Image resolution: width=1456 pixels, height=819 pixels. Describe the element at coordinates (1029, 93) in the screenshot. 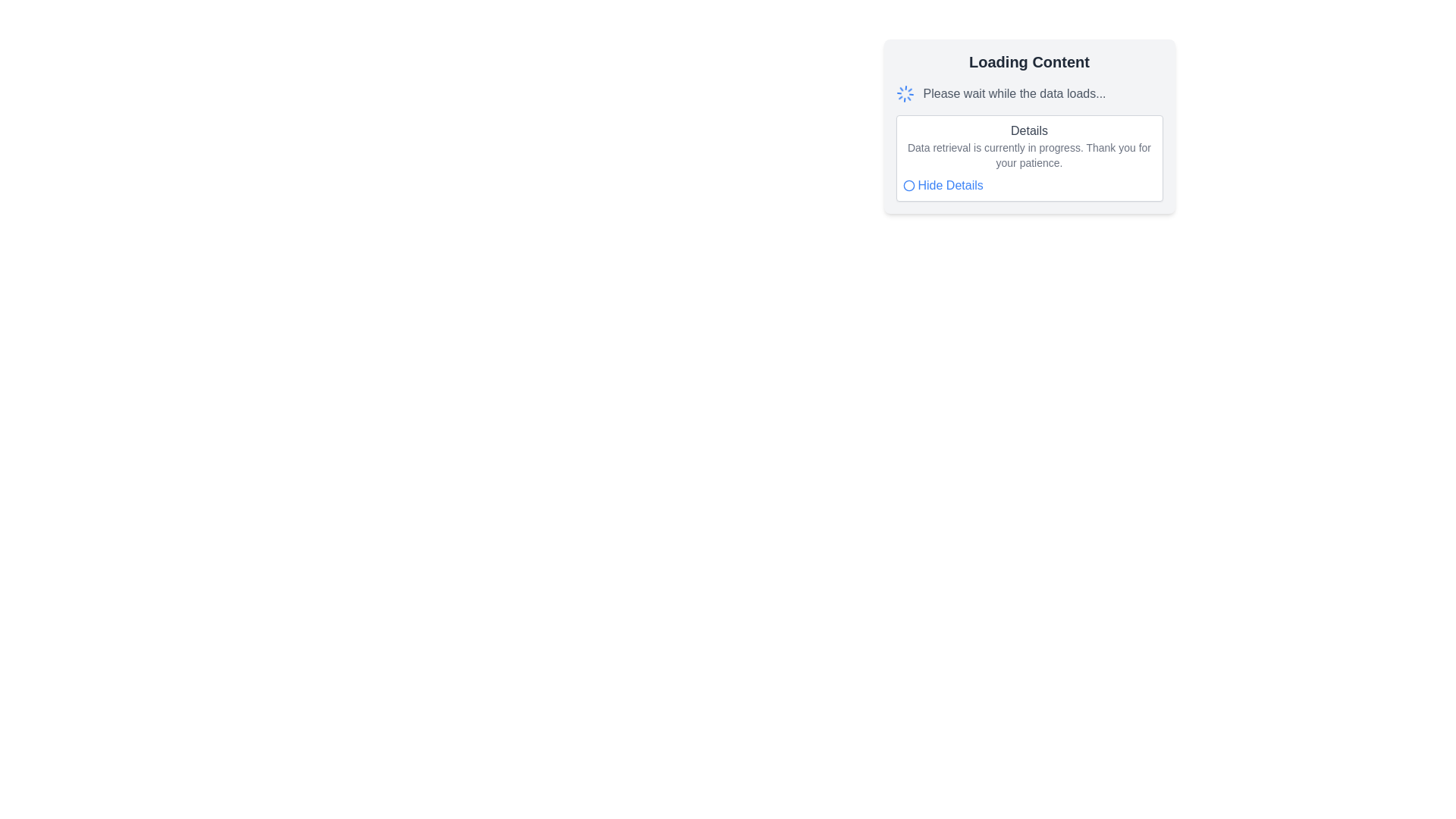

I see `the informative text with spinner icon located below the title 'Loading Content'` at that location.